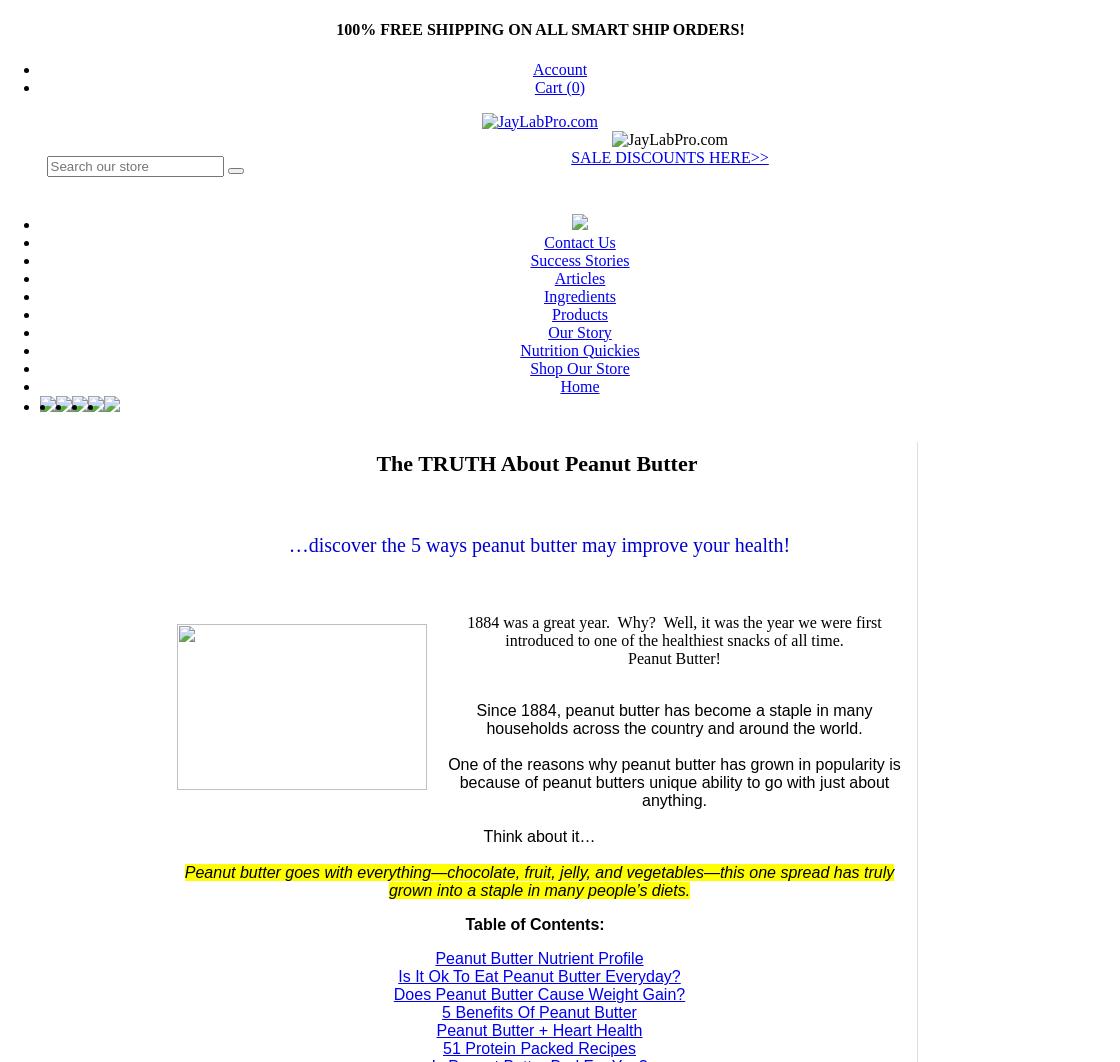  Describe the element at coordinates (579, 348) in the screenshot. I see `'Nutrition Quickies'` at that location.